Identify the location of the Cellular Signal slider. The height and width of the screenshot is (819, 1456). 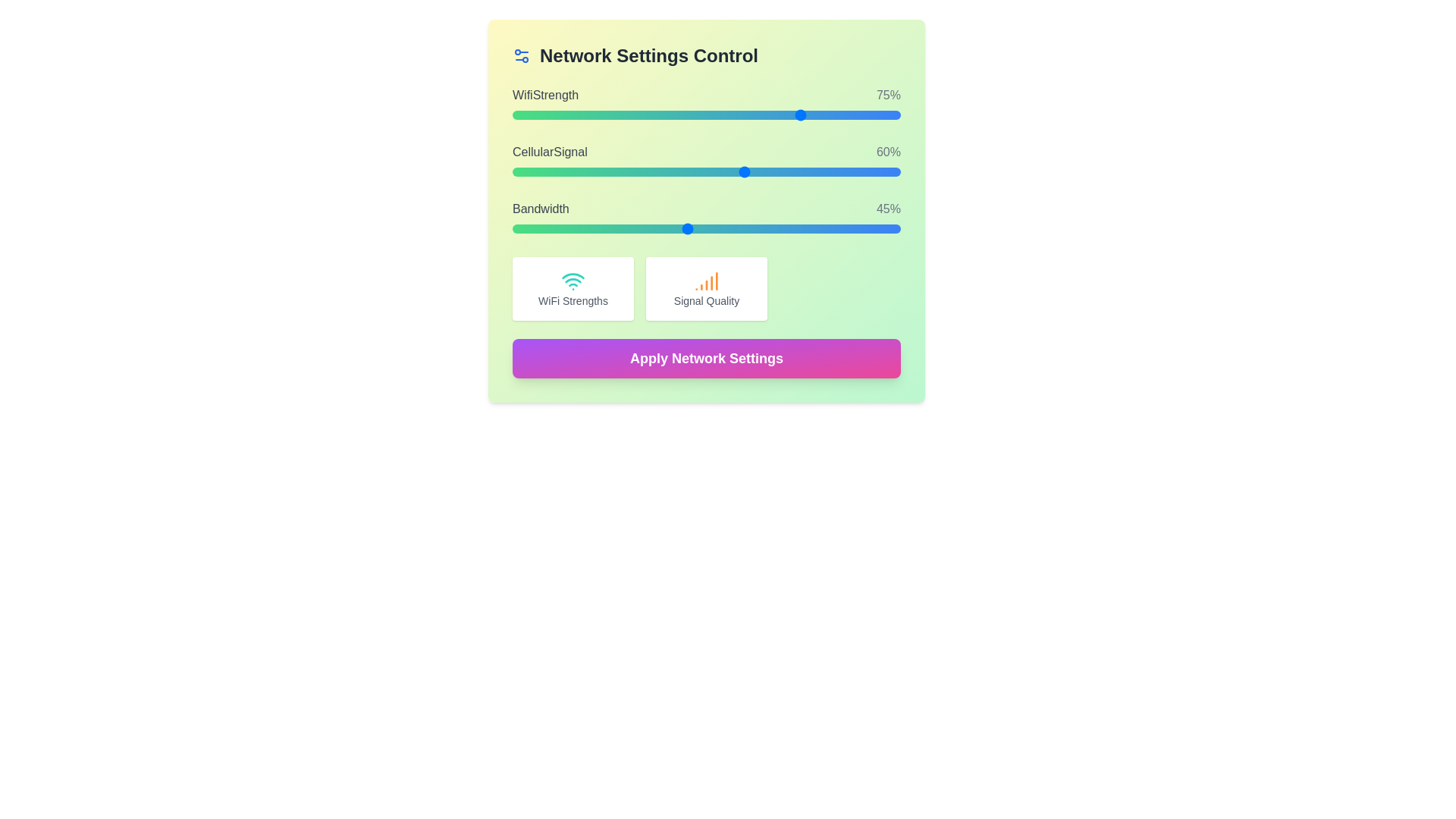
(788, 171).